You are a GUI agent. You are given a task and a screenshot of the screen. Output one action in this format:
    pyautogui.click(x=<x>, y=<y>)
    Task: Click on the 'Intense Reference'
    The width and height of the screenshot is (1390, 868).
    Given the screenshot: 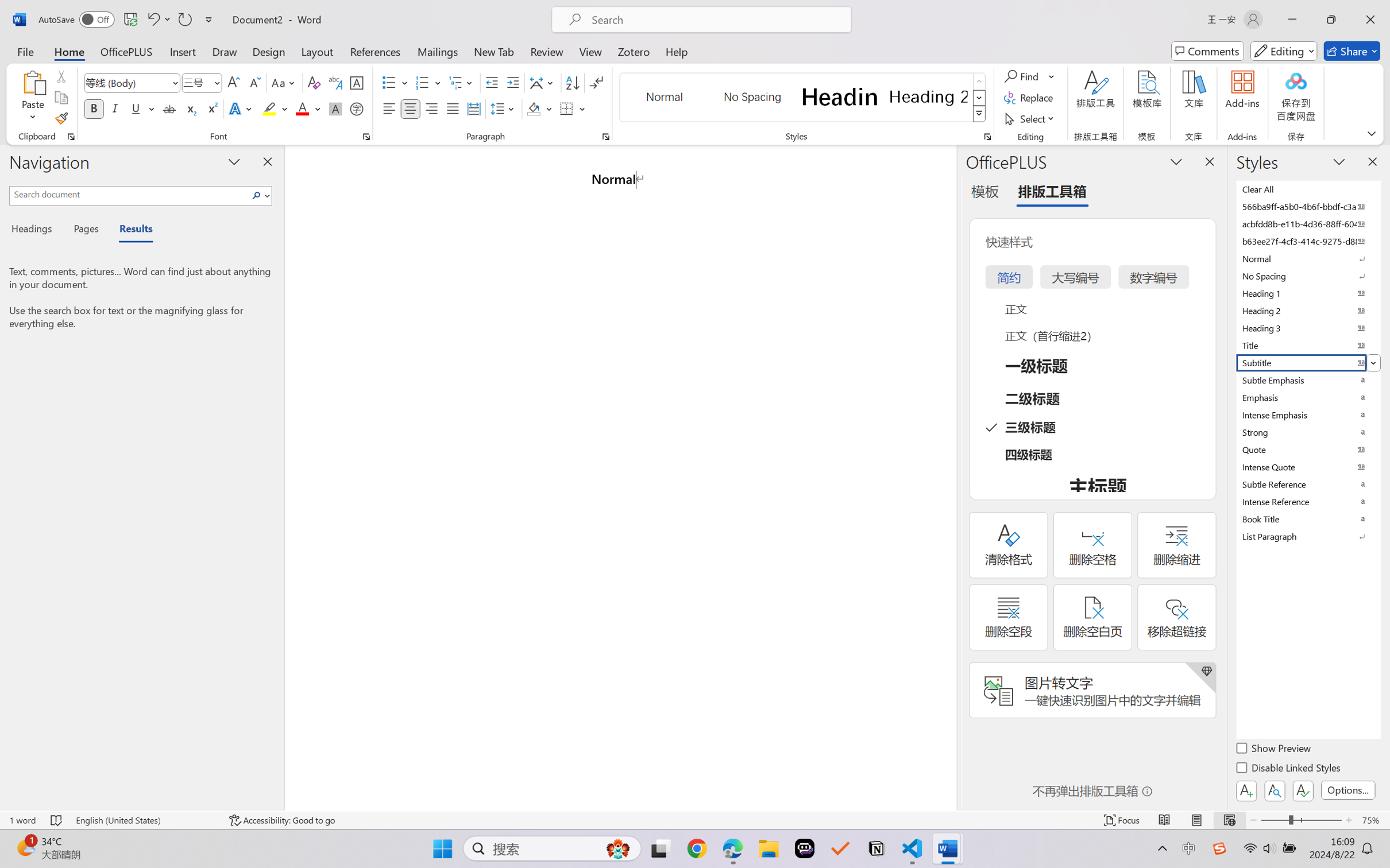 What is the action you would take?
    pyautogui.click(x=1307, y=501)
    